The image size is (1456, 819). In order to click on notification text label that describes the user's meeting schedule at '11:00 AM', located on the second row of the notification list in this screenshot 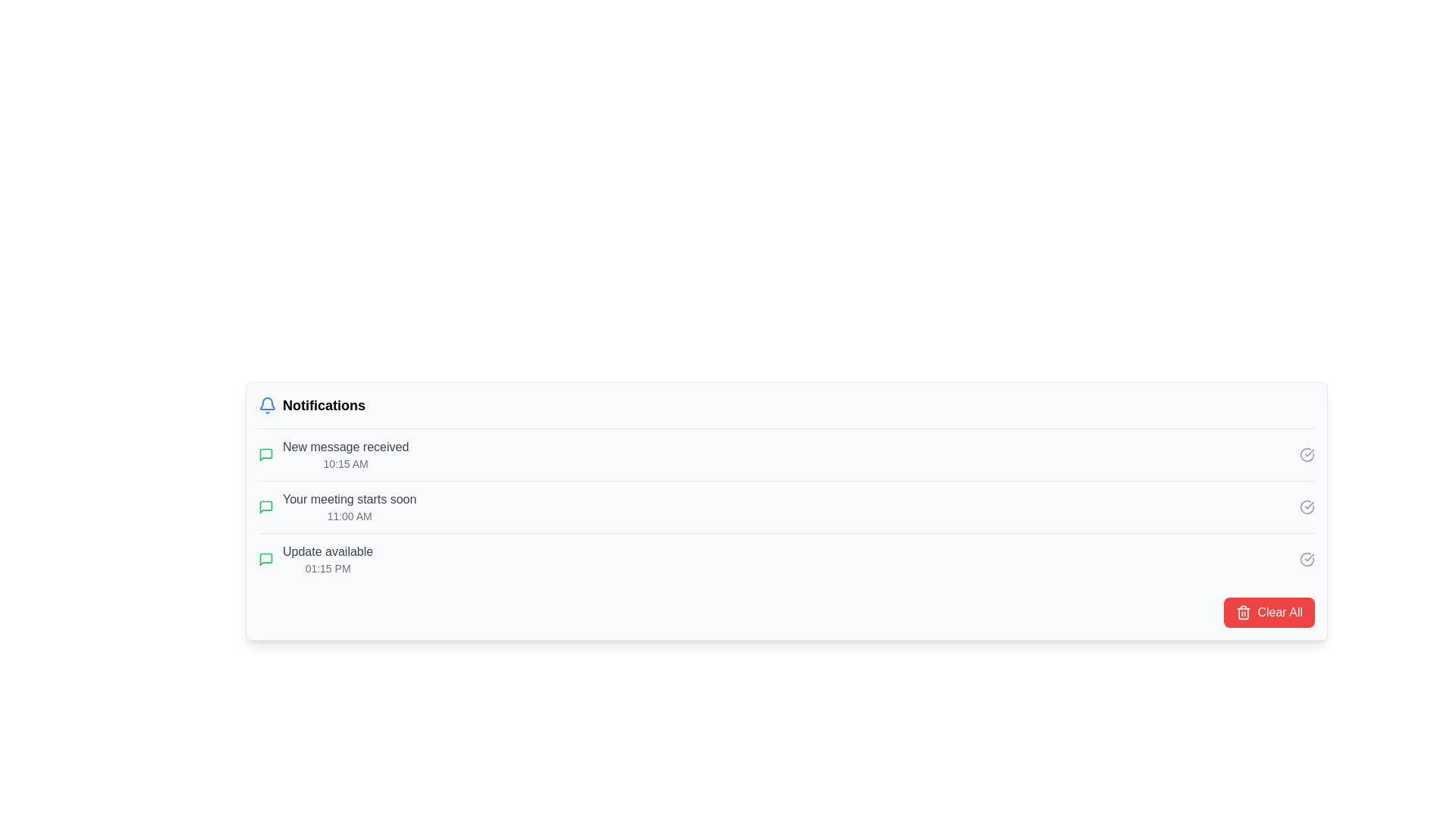, I will do `click(349, 500)`.